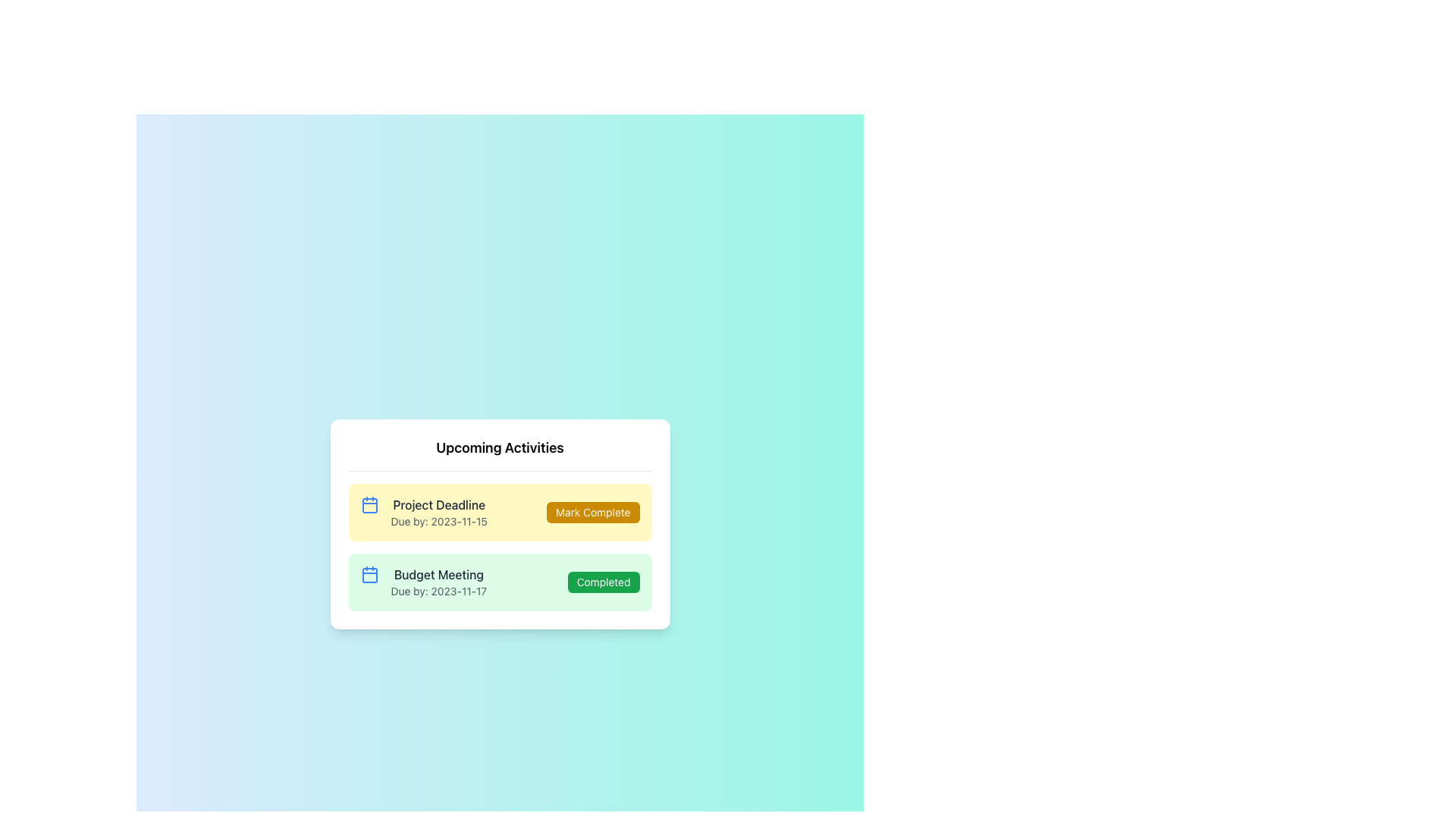 This screenshot has height=819, width=1456. I want to click on primary calendar date cell represented by the SVG graphical component located at the bottom-right corner of the calendar icon, so click(369, 575).